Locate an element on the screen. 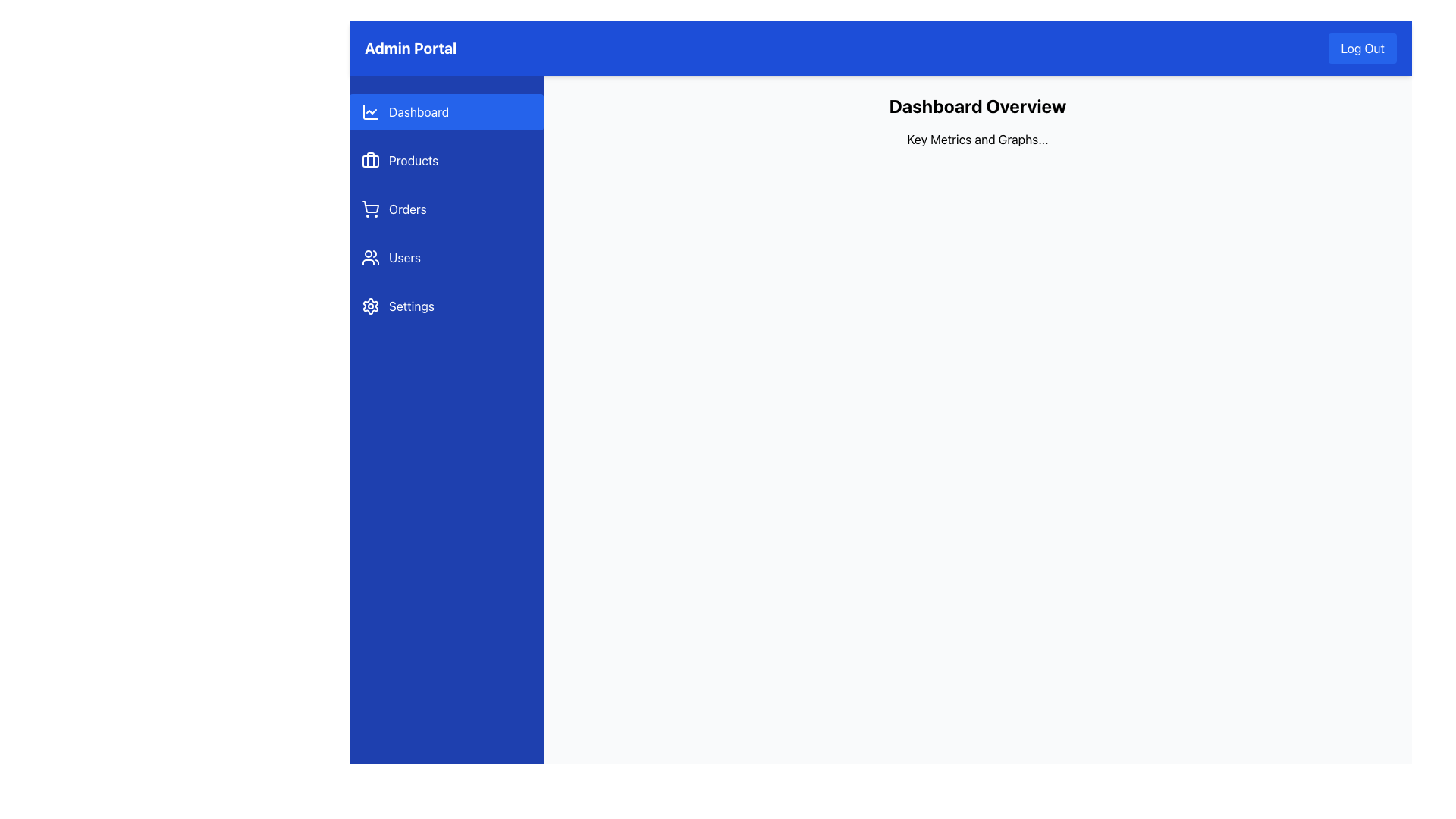  the thin vertical rectangle that is part of the 'Products' menu icon in the left sidebar, which is styled to match the surrounding monotone elements is located at coordinates (371, 160).